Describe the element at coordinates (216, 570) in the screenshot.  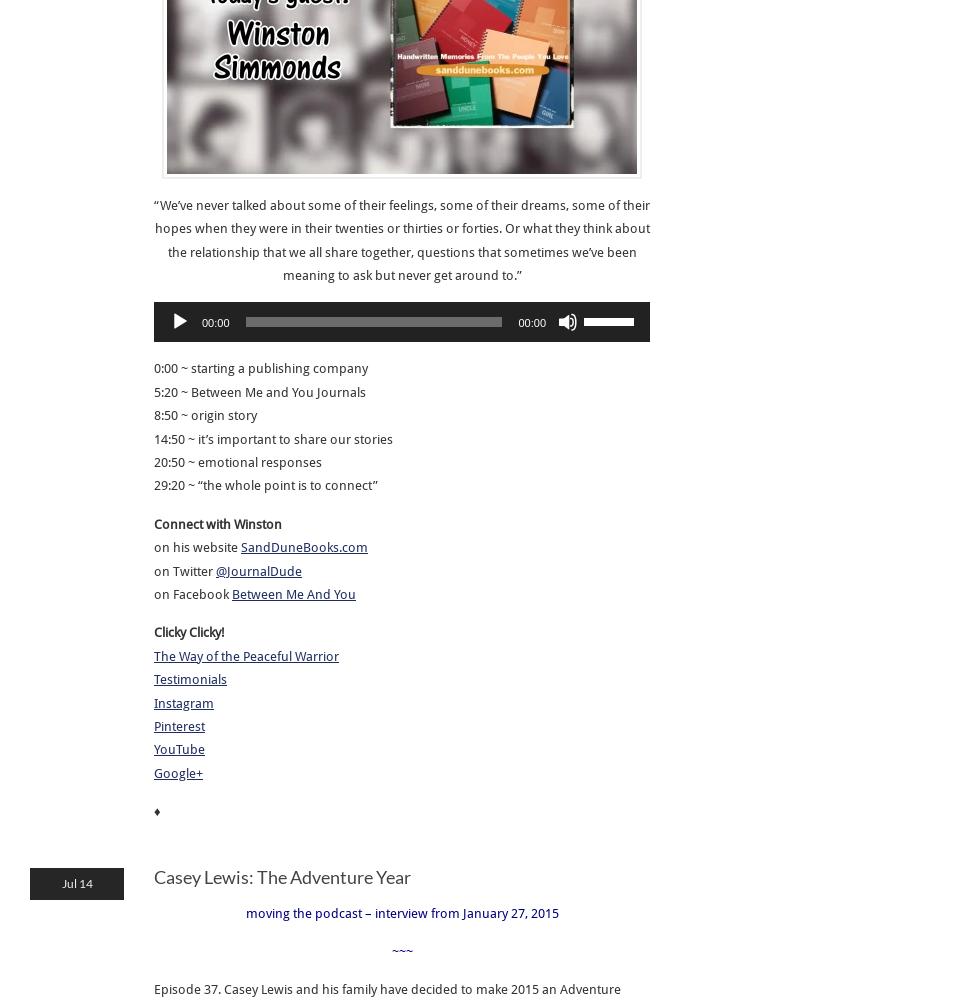
I see `'@JournalDude'` at that location.